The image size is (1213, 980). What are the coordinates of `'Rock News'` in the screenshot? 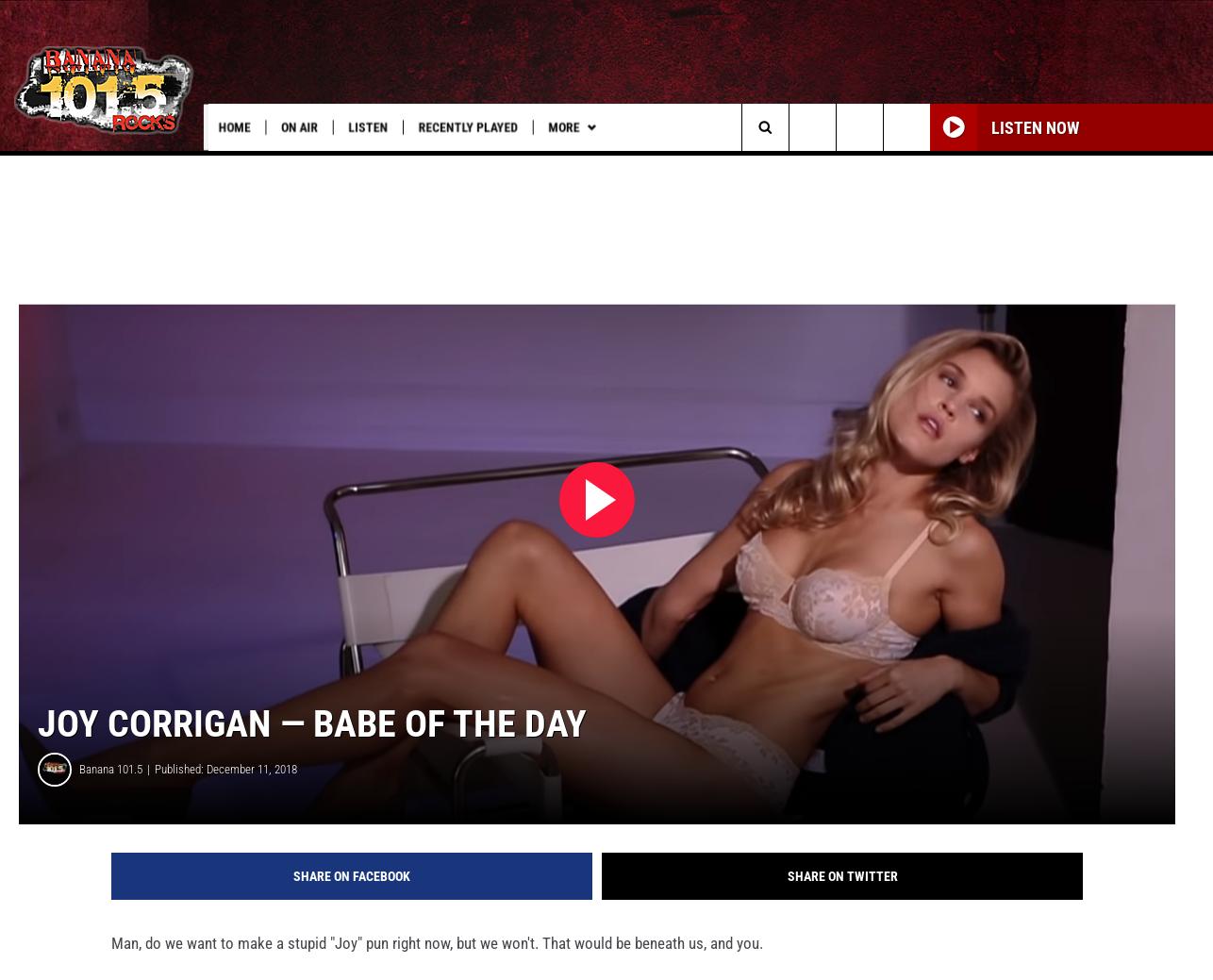 It's located at (743, 166).